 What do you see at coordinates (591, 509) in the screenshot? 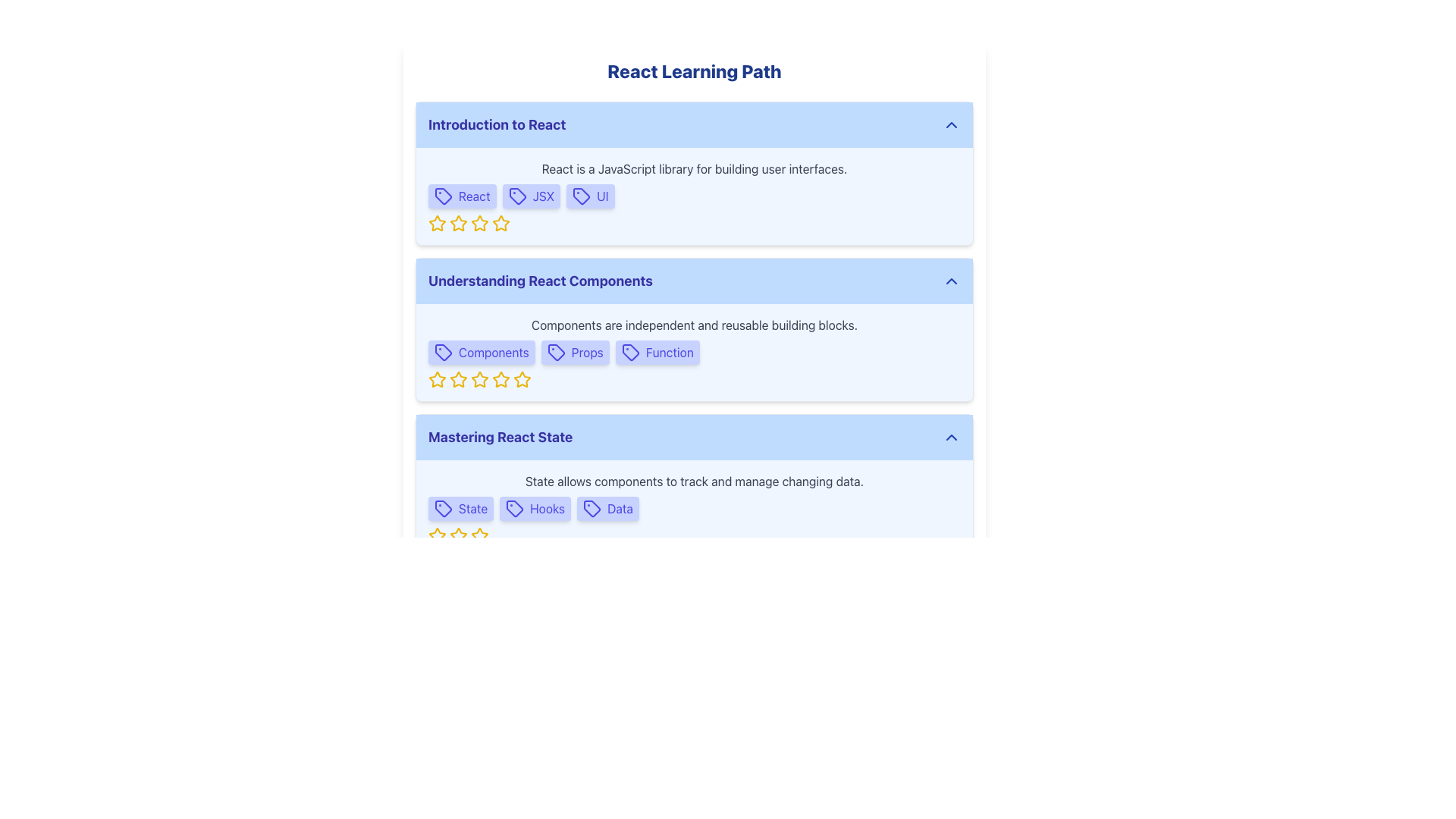
I see `the first icon in the horizontal row of three elements under the 'Mastering React State' section, which visually represents a tag or label associated with the 'Data' label` at bounding box center [591, 509].